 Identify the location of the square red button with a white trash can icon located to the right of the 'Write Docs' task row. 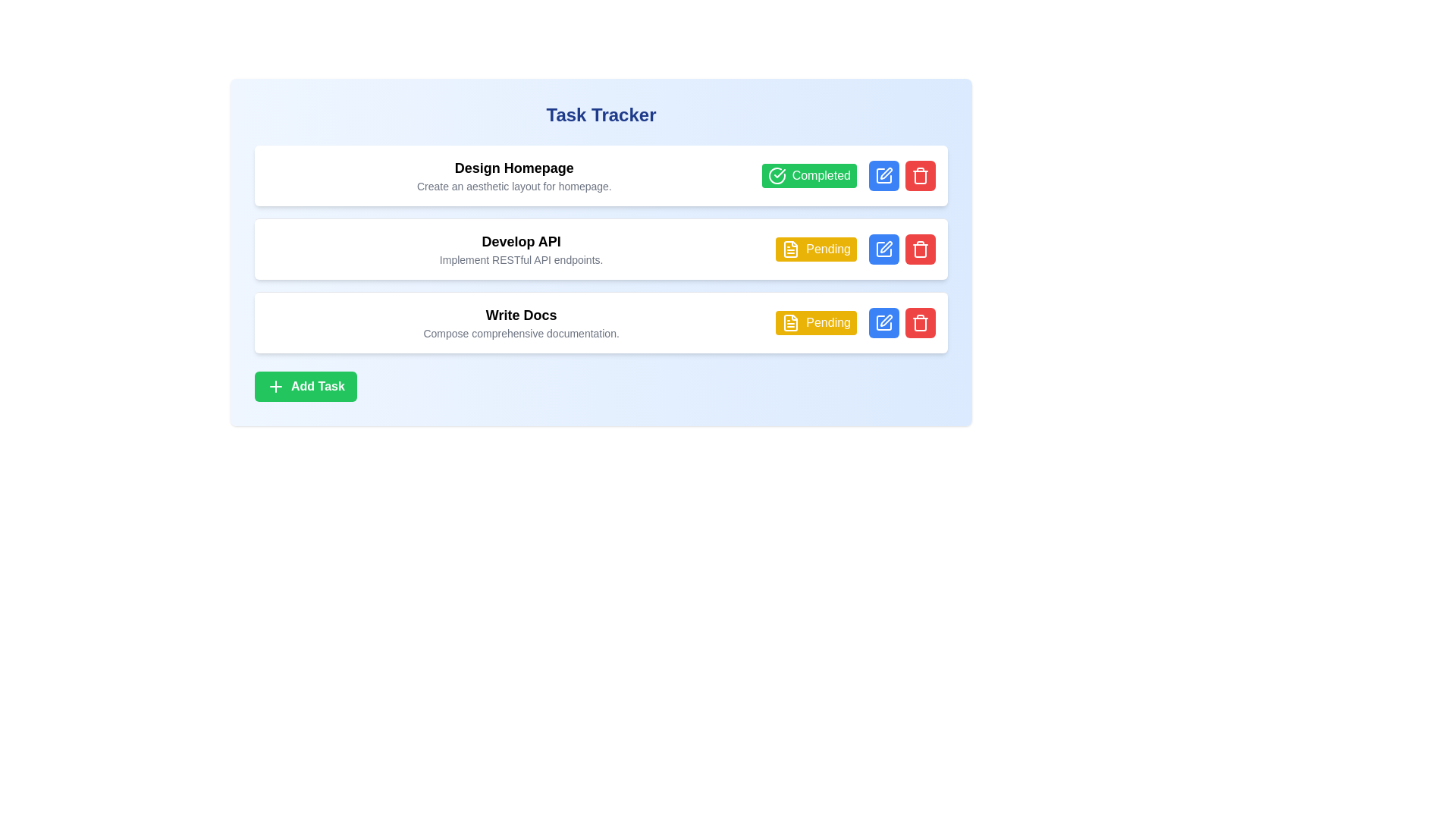
(920, 322).